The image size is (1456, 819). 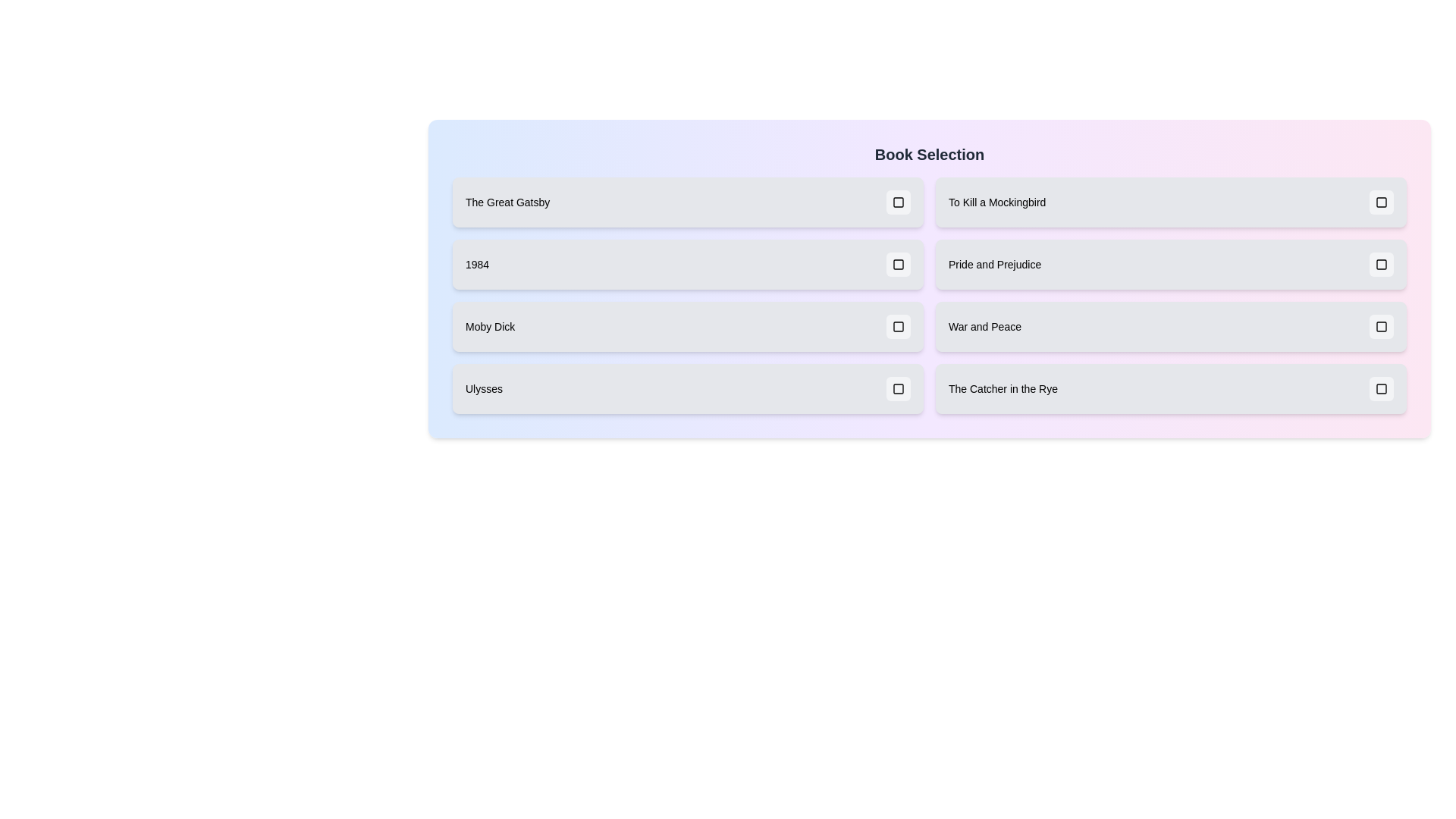 What do you see at coordinates (1170, 201) in the screenshot?
I see `the book title To Kill a Mockingbird to toggle its selection` at bounding box center [1170, 201].